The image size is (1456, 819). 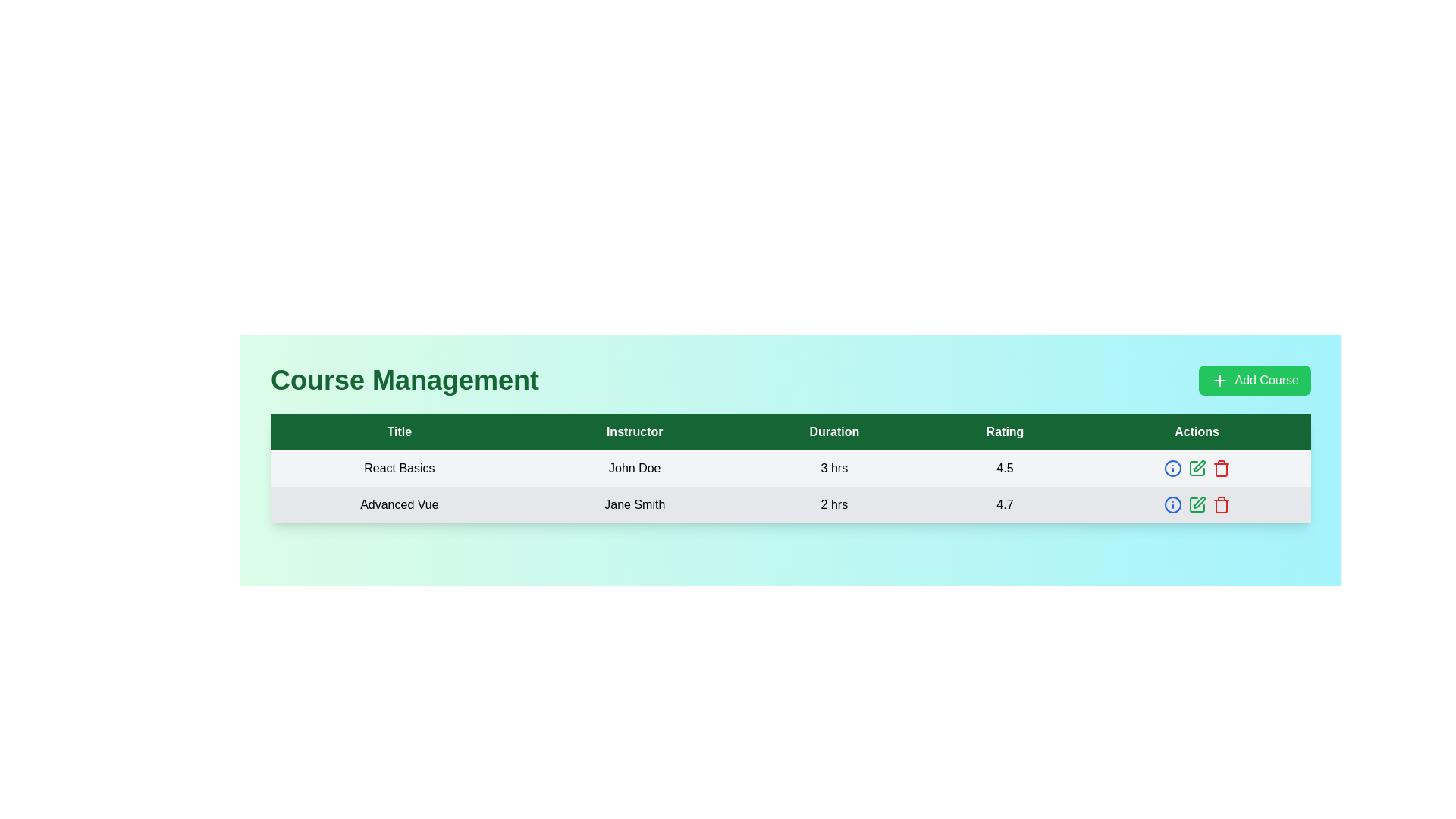 I want to click on the first icon button in the 'Actions' column of the first row of the table, so click(x=1172, y=467).